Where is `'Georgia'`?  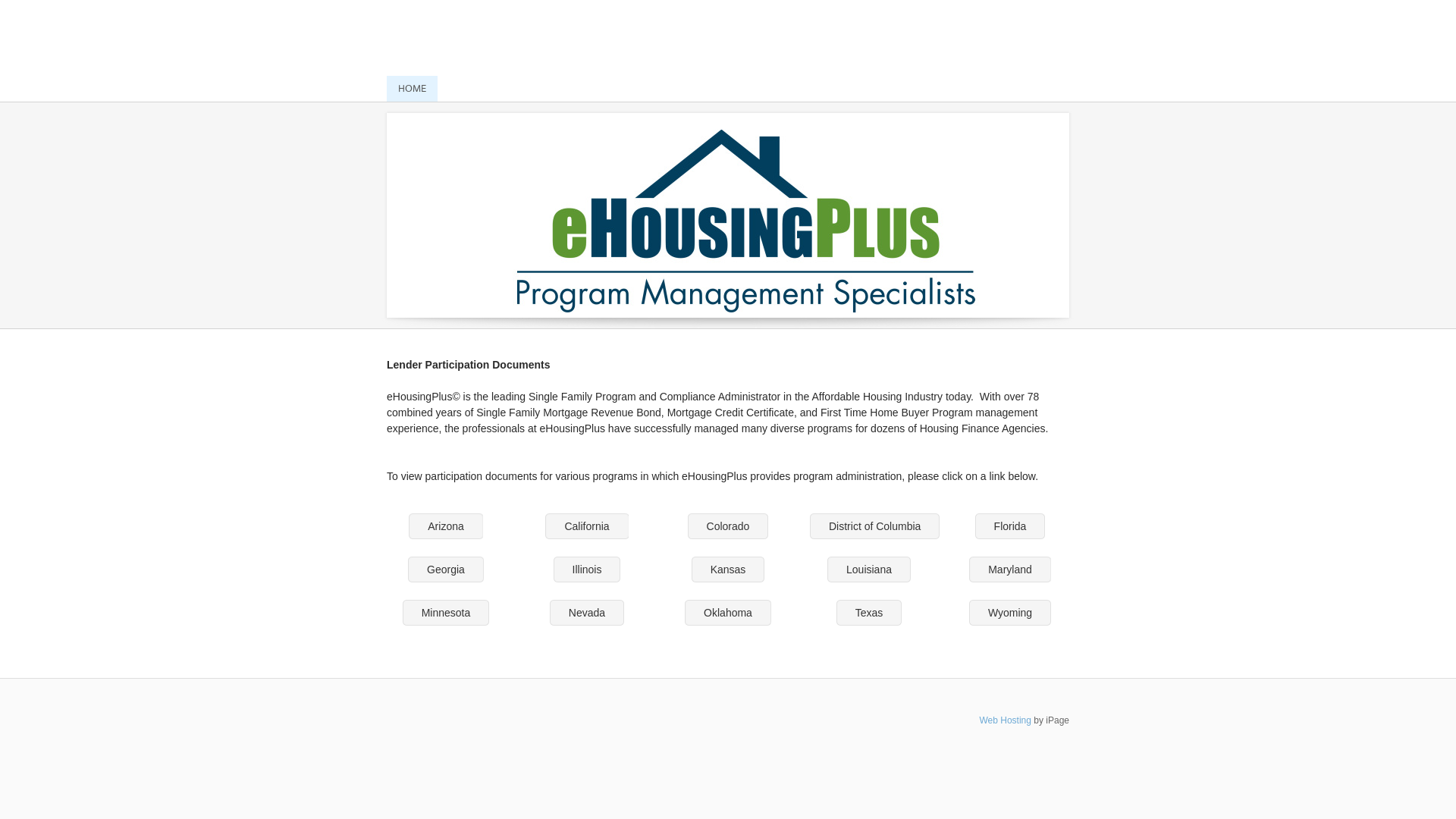
'Georgia' is located at coordinates (445, 570).